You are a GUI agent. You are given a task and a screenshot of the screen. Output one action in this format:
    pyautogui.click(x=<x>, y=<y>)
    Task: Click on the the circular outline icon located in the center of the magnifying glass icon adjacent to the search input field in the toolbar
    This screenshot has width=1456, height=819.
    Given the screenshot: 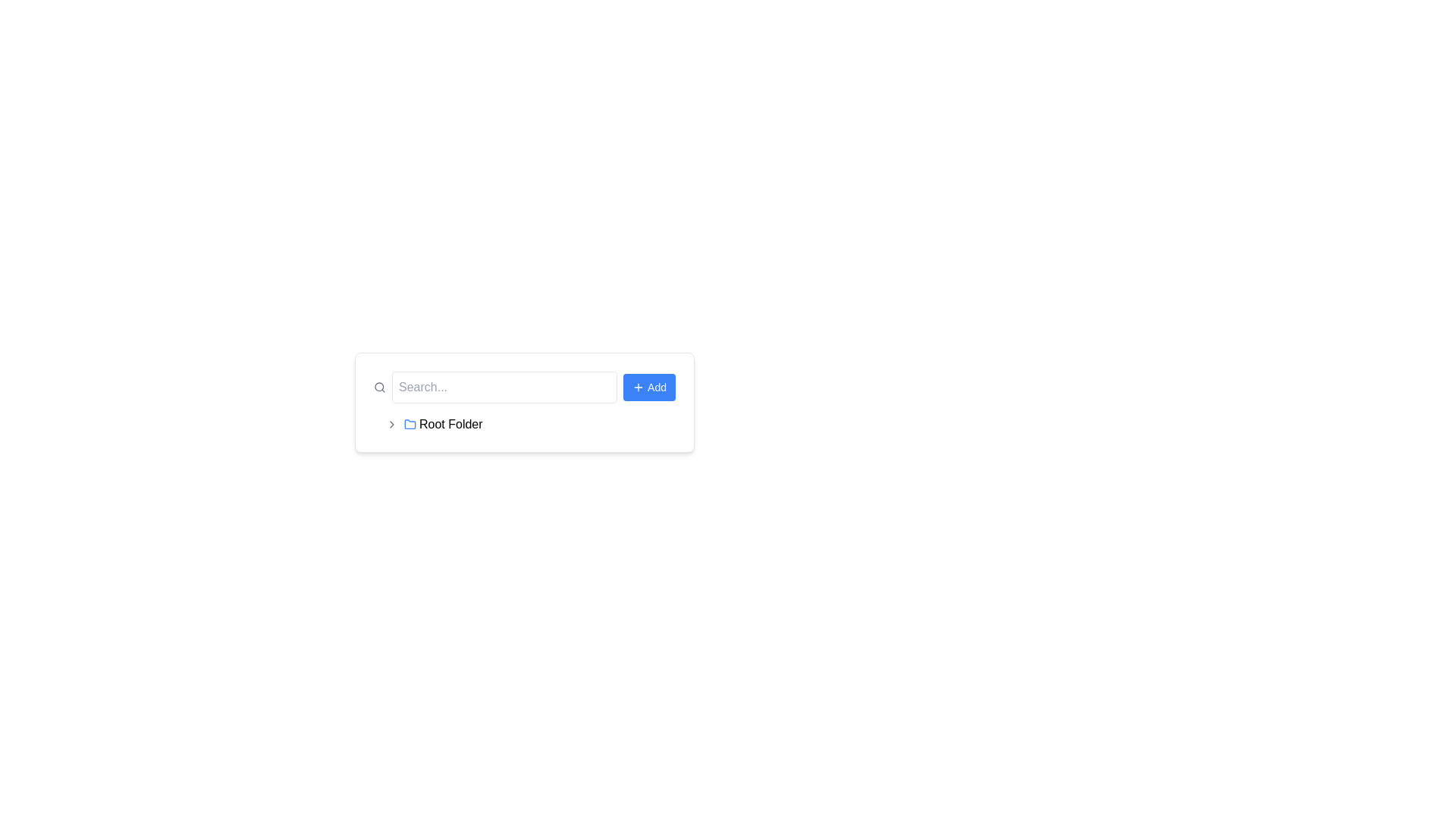 What is the action you would take?
    pyautogui.click(x=379, y=386)
    